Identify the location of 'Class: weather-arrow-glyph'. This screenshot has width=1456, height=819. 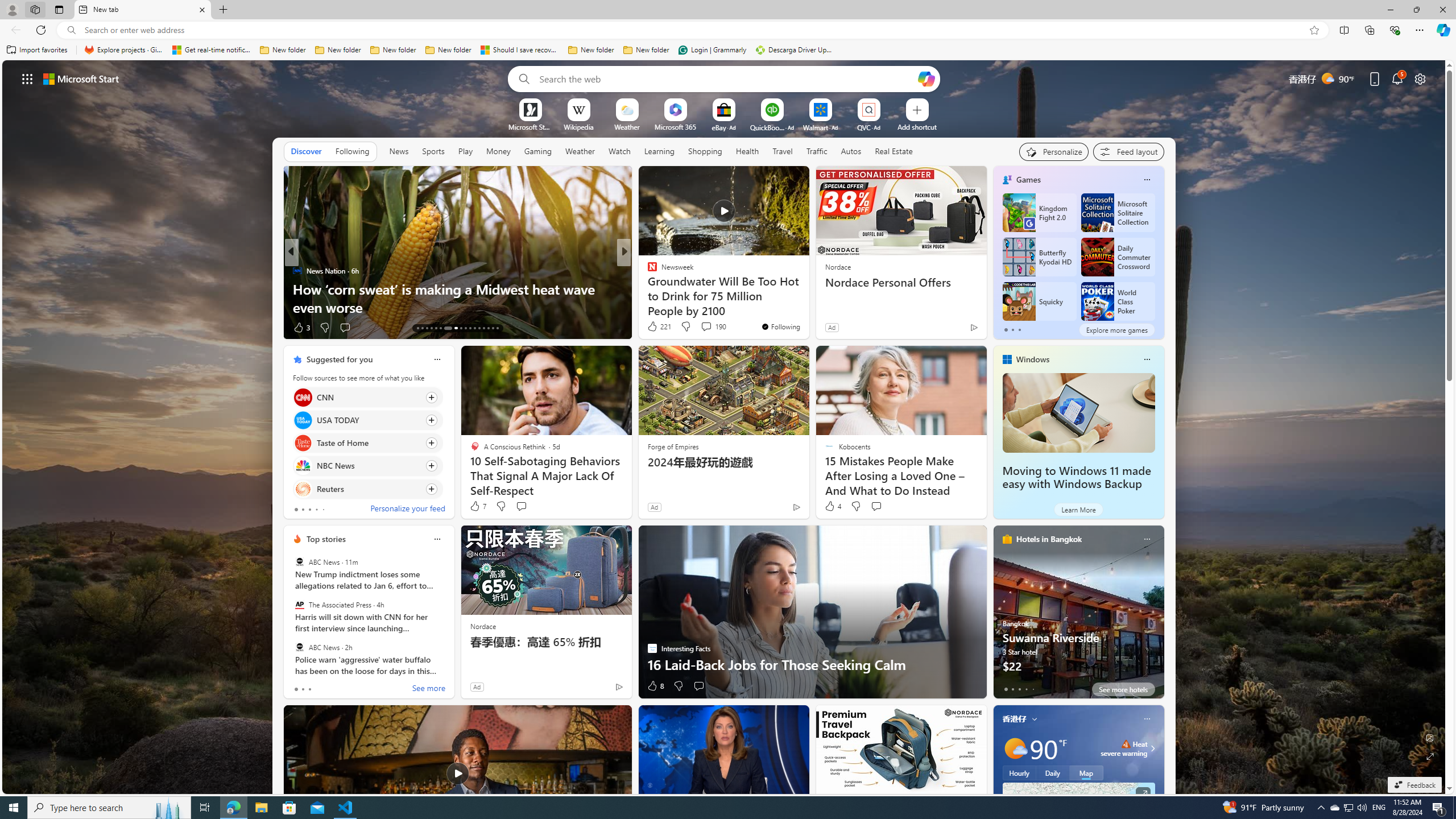
(1152, 748).